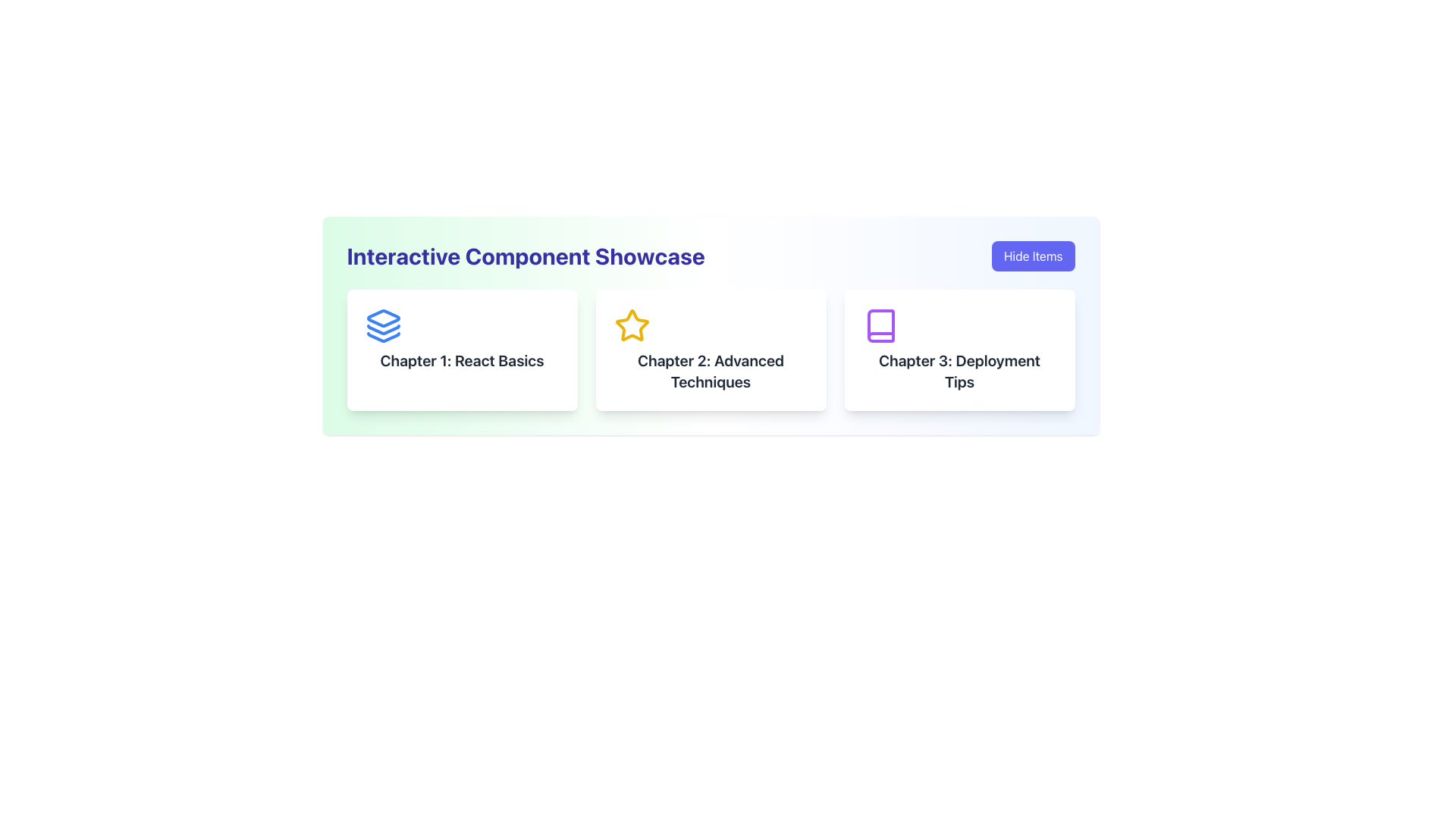 The width and height of the screenshot is (1456, 819). I want to click on the 'Hide Items' button with rounded corners and an indigo background, so click(1032, 256).